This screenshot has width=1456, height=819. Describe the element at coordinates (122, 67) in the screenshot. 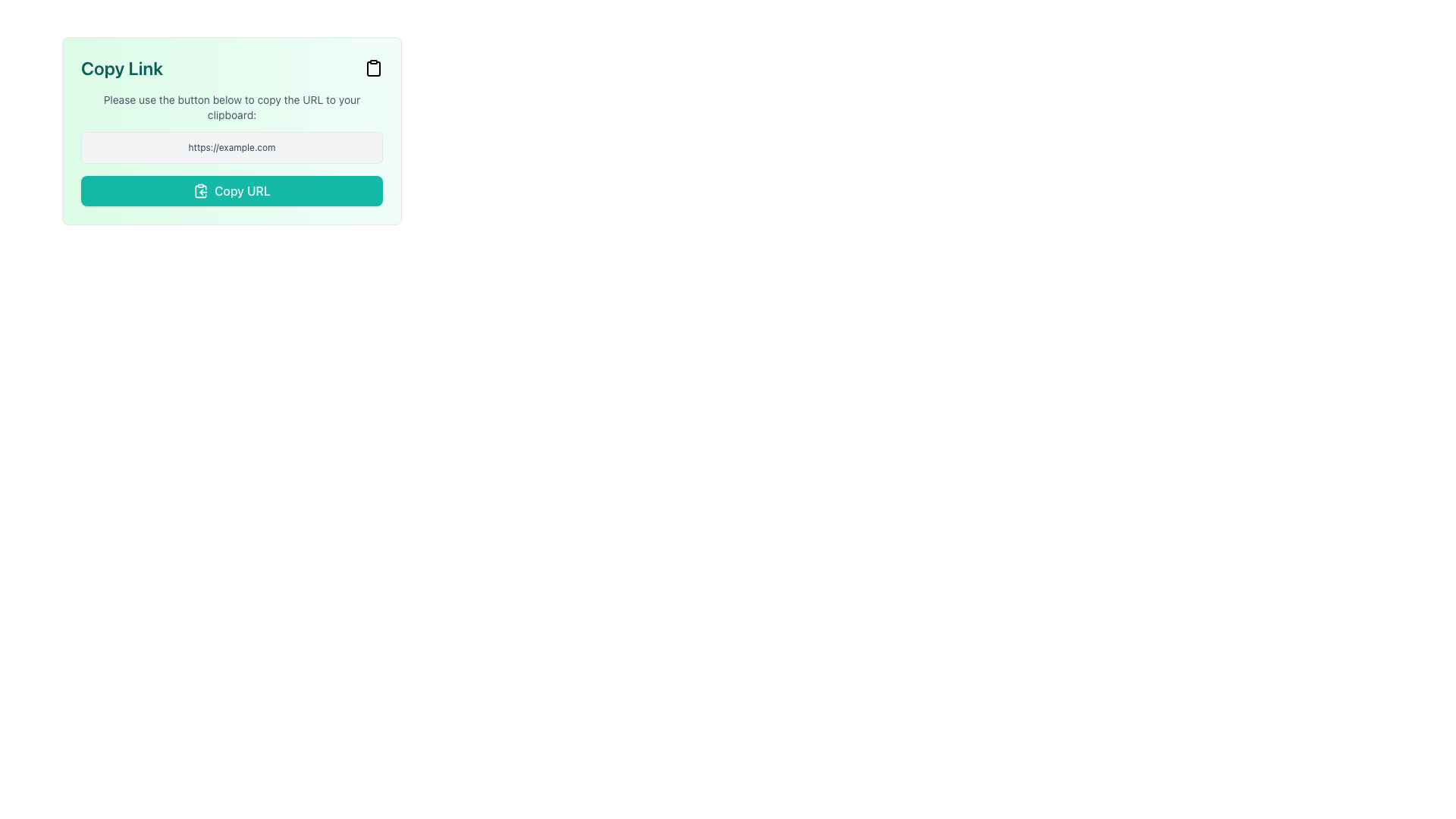

I see `the Text Label that serves as a descriptive title for copying a link, located to the left of a clipboard icon in a card-like layout` at that location.